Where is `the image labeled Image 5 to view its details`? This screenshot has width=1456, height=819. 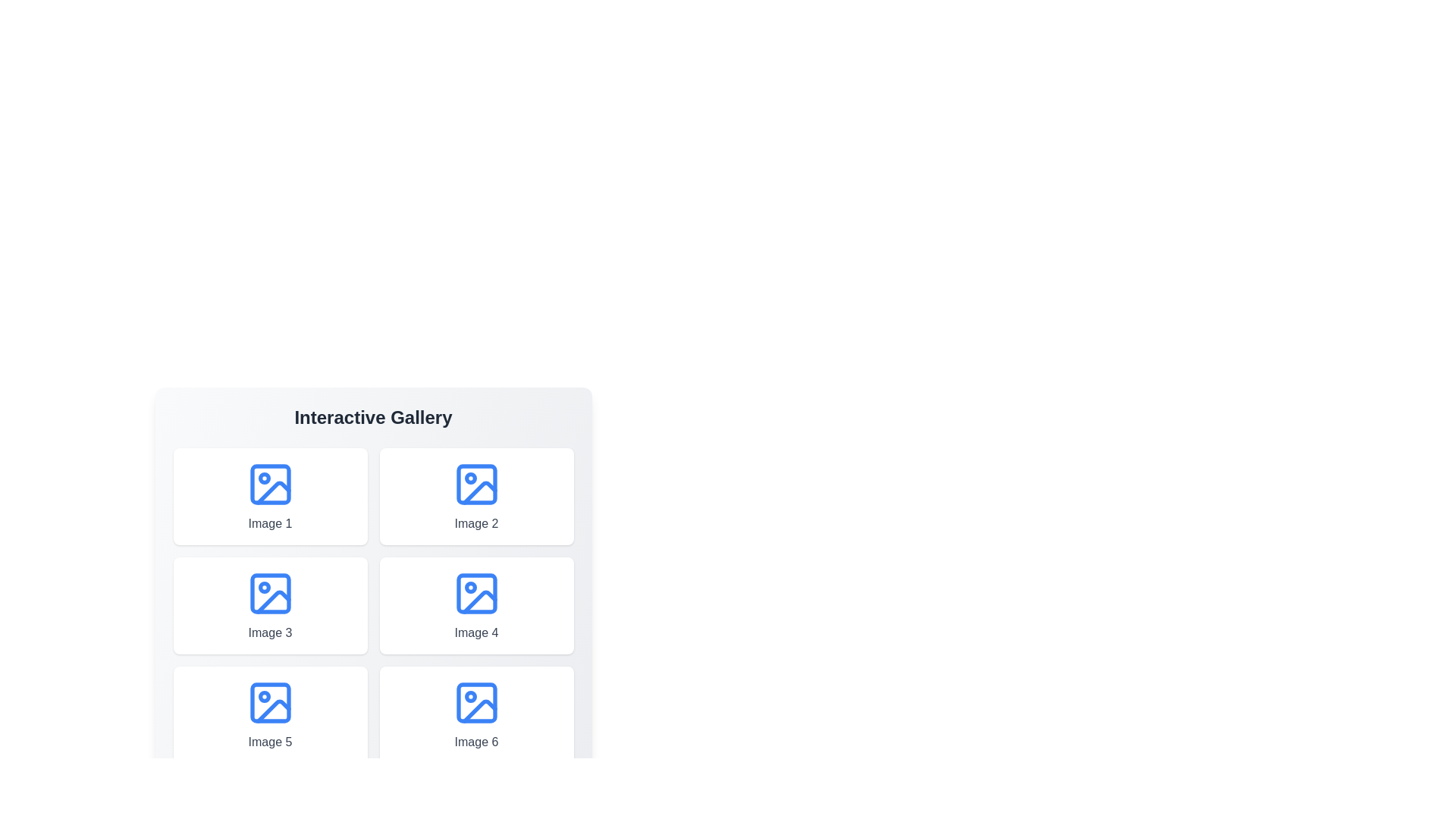 the image labeled Image 5 to view its details is located at coordinates (270, 714).